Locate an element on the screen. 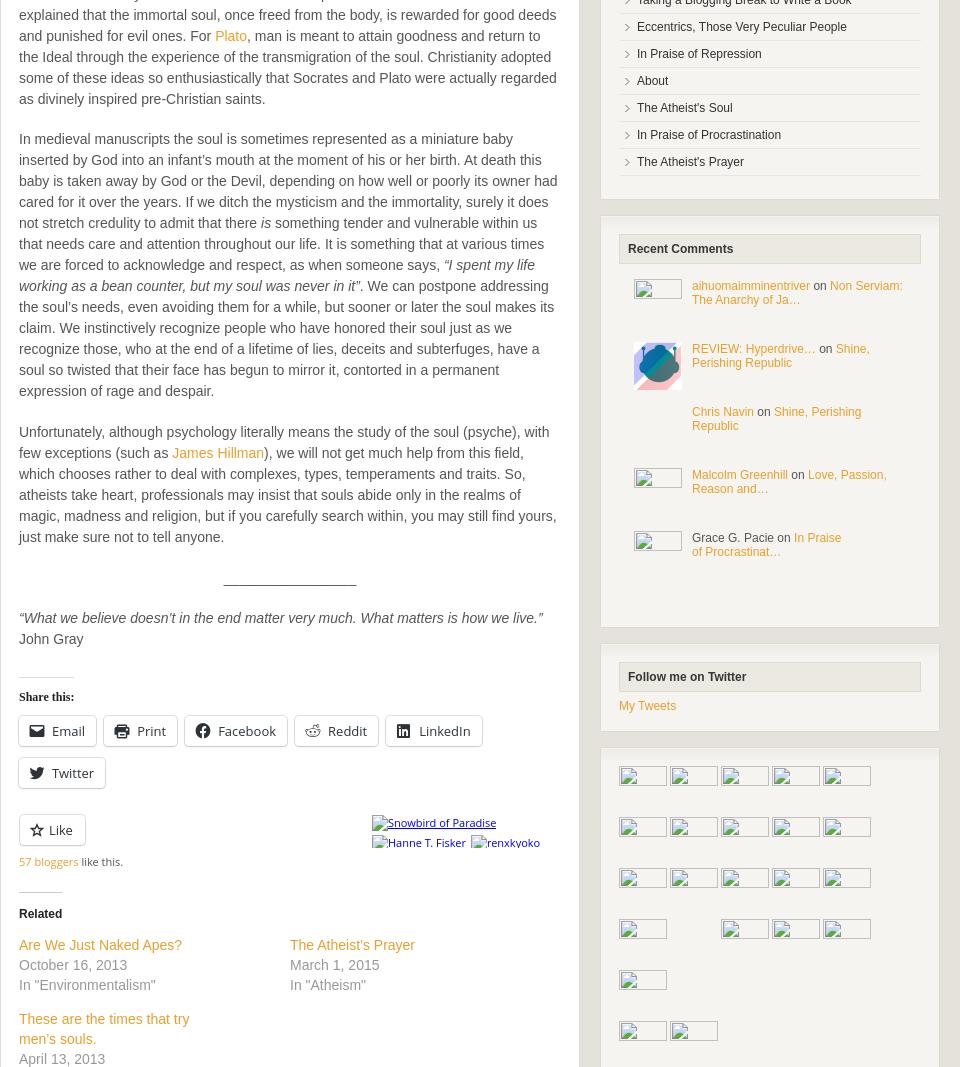  'Malcolm Greenhill' is located at coordinates (738, 474).